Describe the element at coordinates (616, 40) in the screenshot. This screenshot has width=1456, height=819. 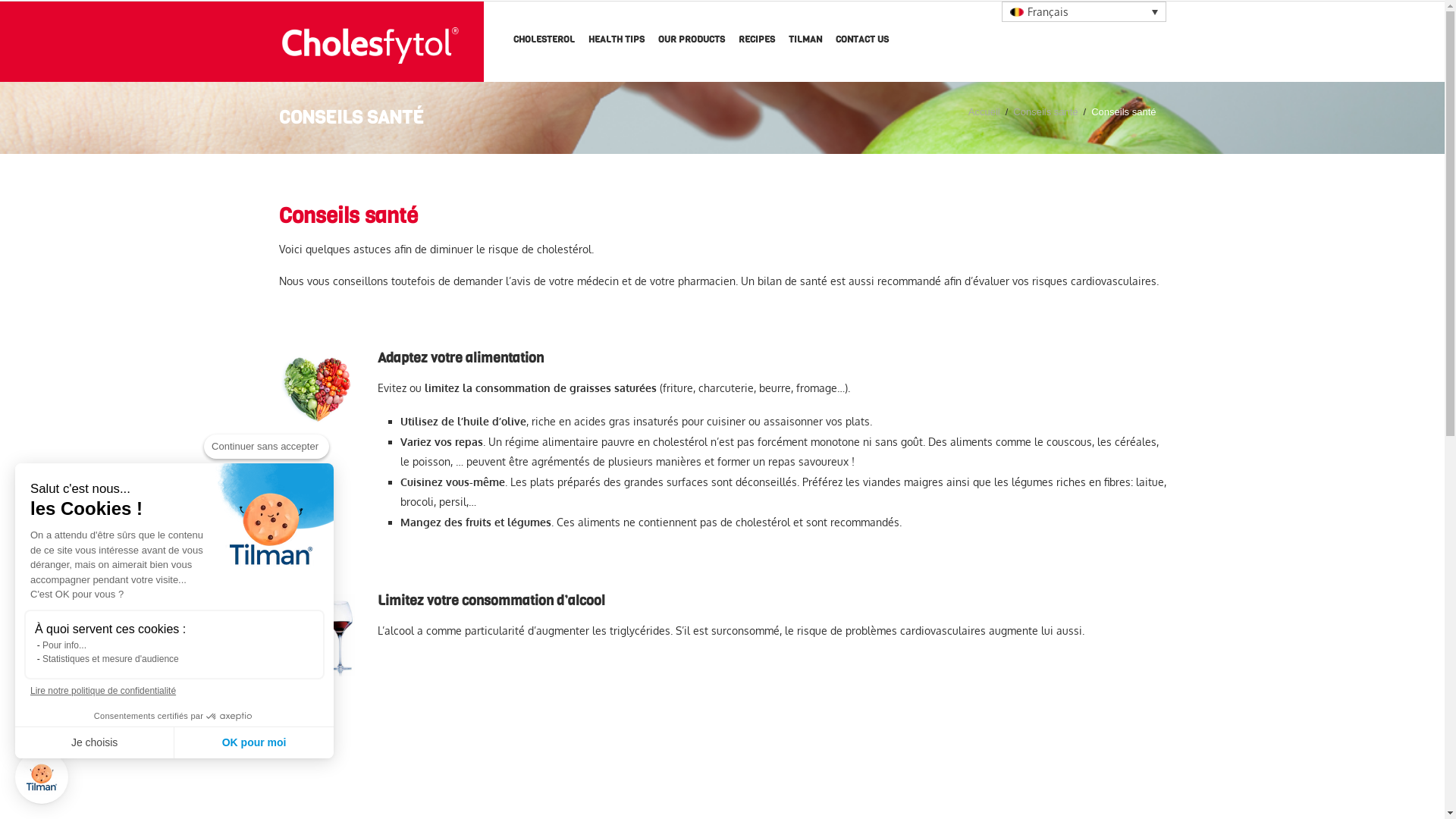
I see `'HEALTH TIPS'` at that location.